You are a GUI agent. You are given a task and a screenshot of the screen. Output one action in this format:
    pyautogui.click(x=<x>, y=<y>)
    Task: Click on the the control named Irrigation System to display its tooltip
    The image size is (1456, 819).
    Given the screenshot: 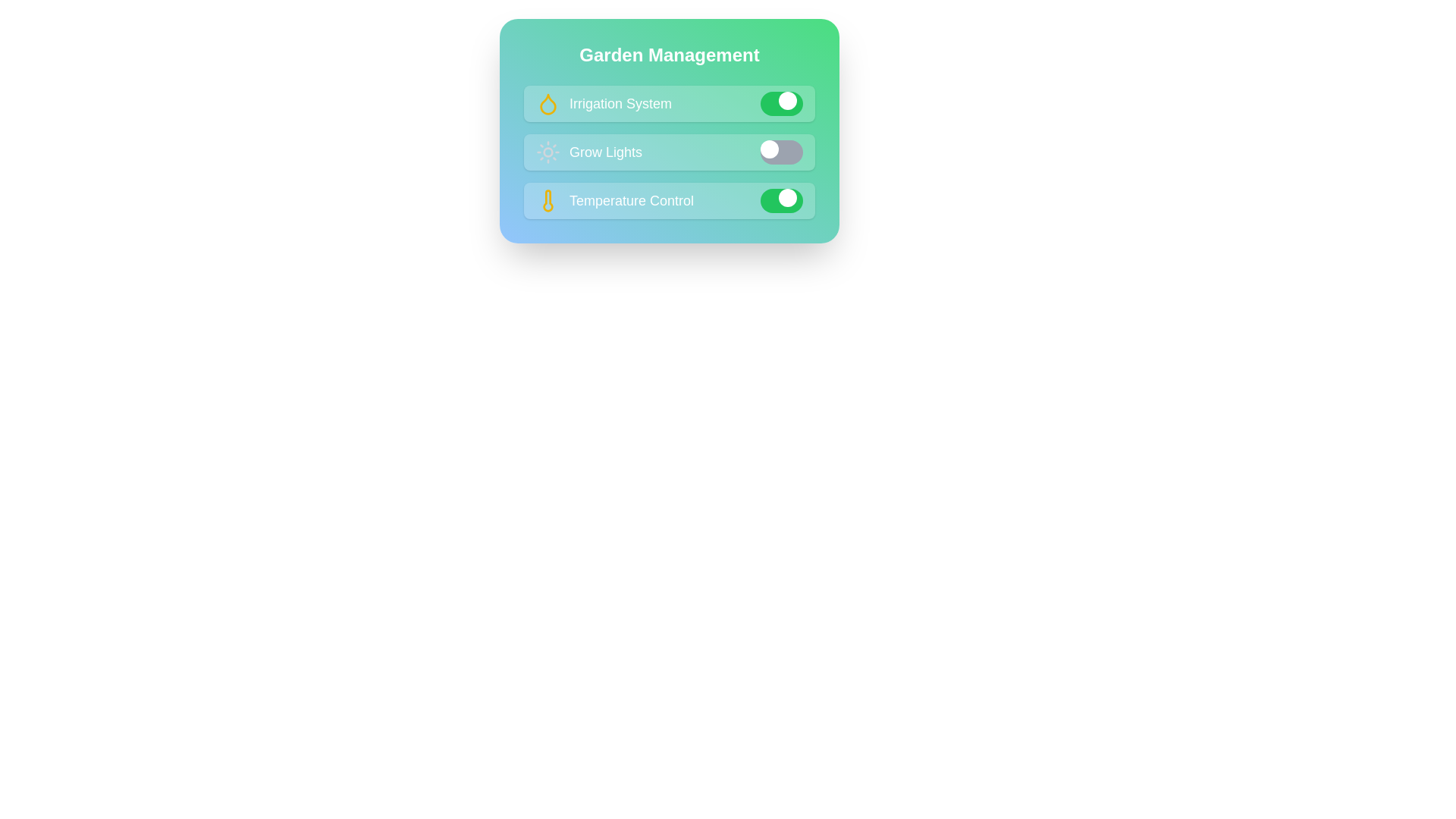 What is the action you would take?
    pyautogui.click(x=669, y=103)
    